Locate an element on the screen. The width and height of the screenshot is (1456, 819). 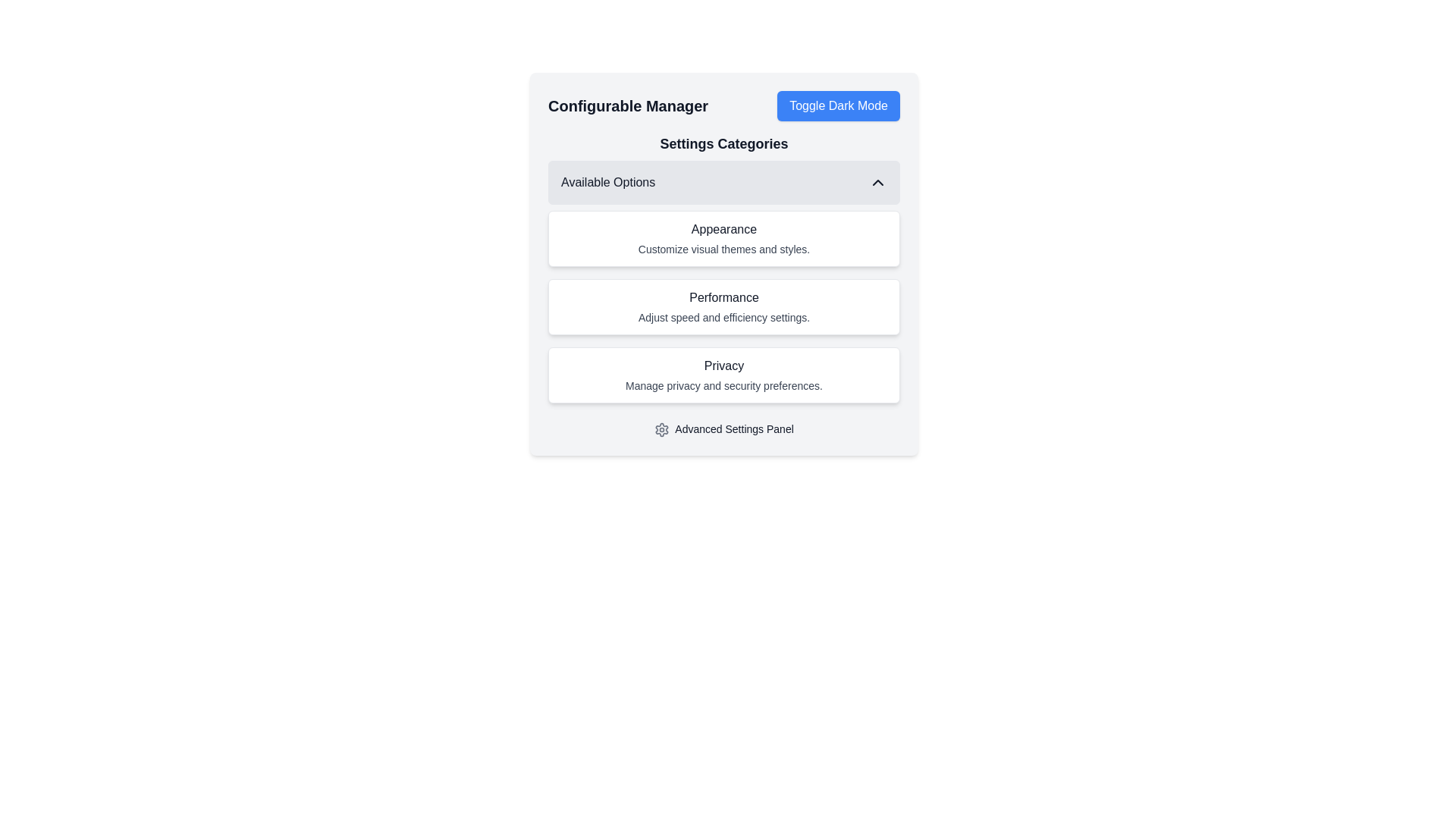
the text label with the content 'Performance' located under the title 'Settings Categories' in the second position under 'Appearance' is located at coordinates (723, 298).